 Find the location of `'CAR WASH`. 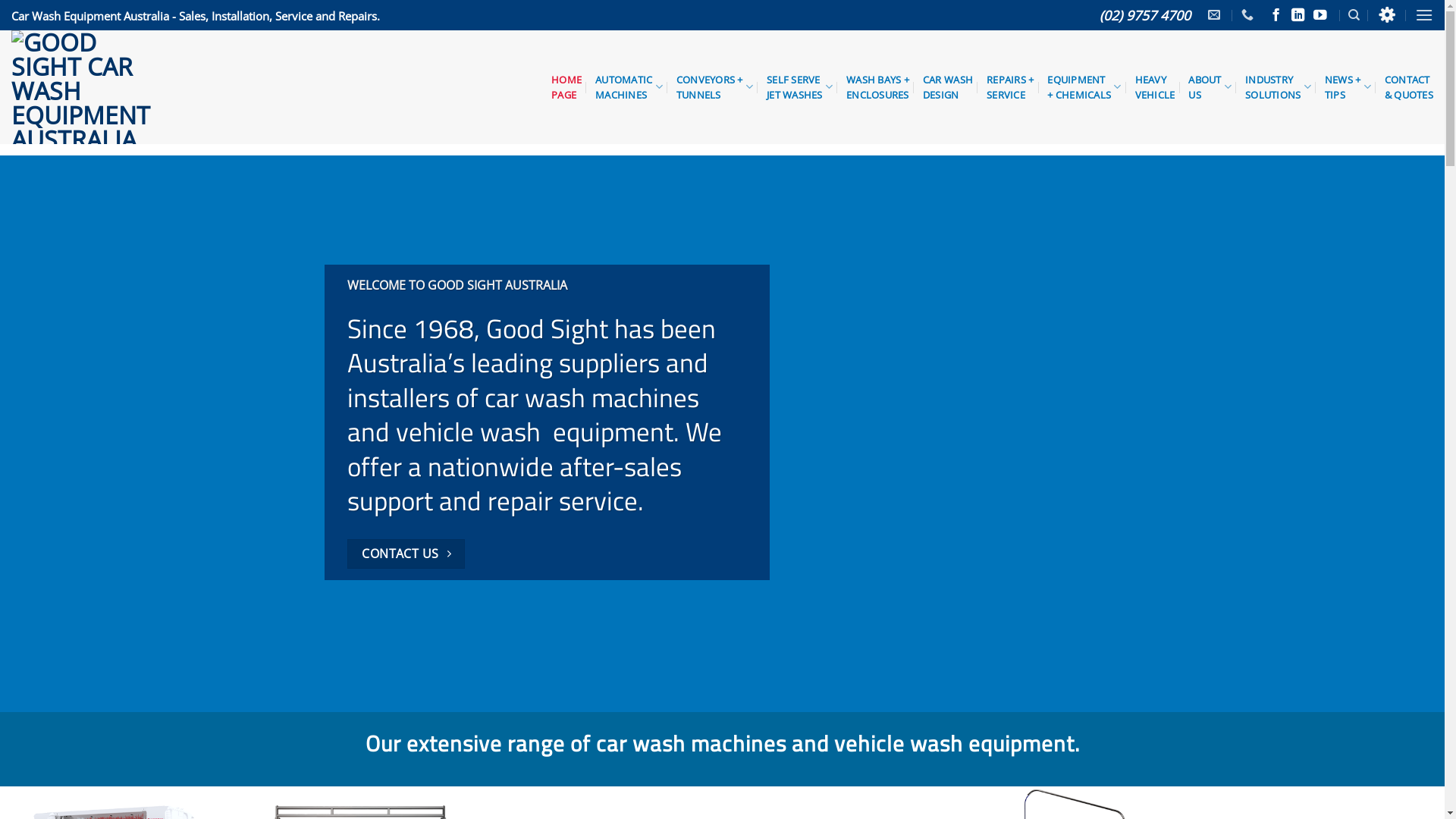

'CAR WASH is located at coordinates (946, 87).